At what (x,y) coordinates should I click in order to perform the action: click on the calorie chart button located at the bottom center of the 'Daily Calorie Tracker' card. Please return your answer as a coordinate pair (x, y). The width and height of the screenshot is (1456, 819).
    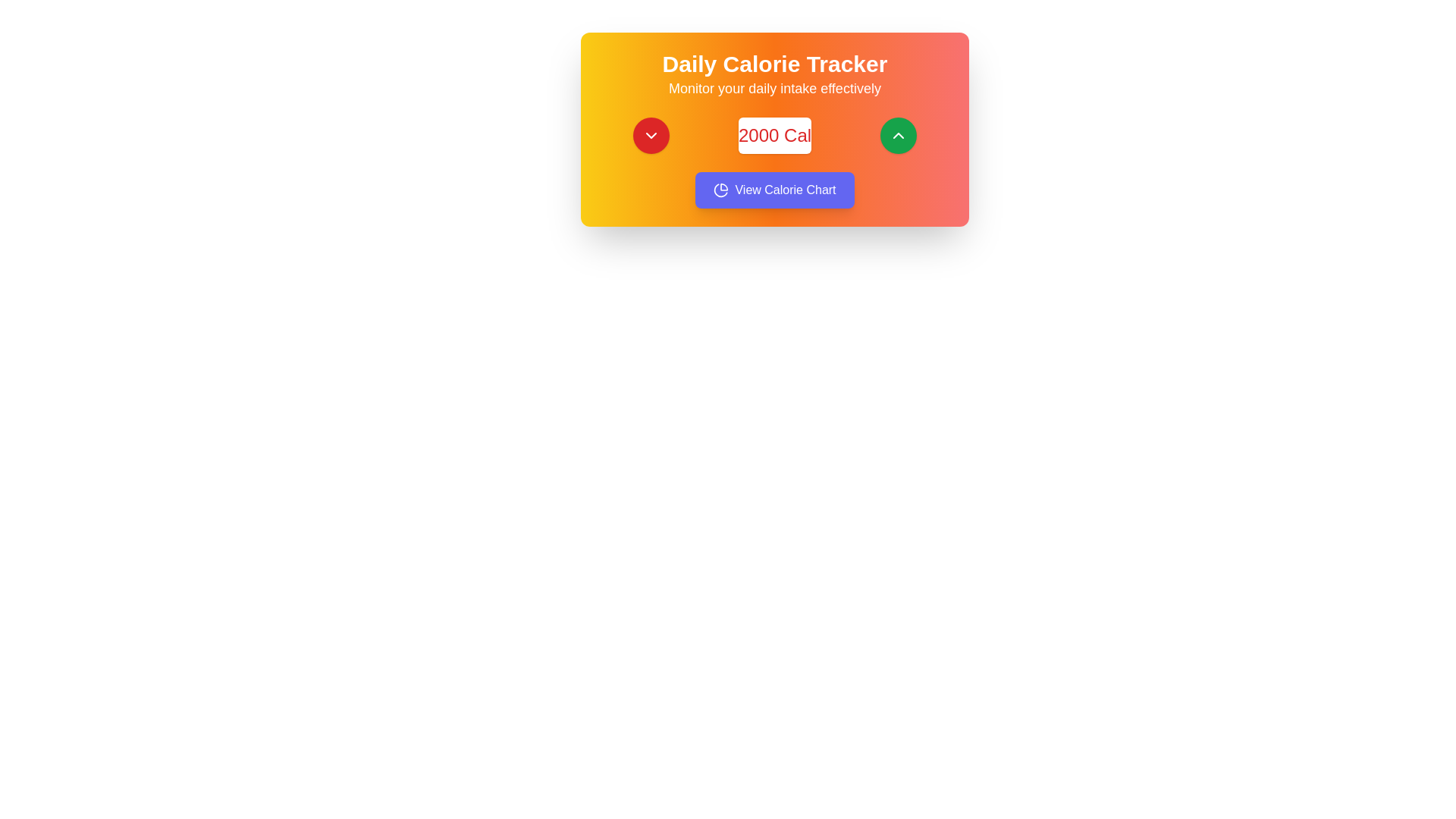
    Looking at the image, I should click on (775, 189).